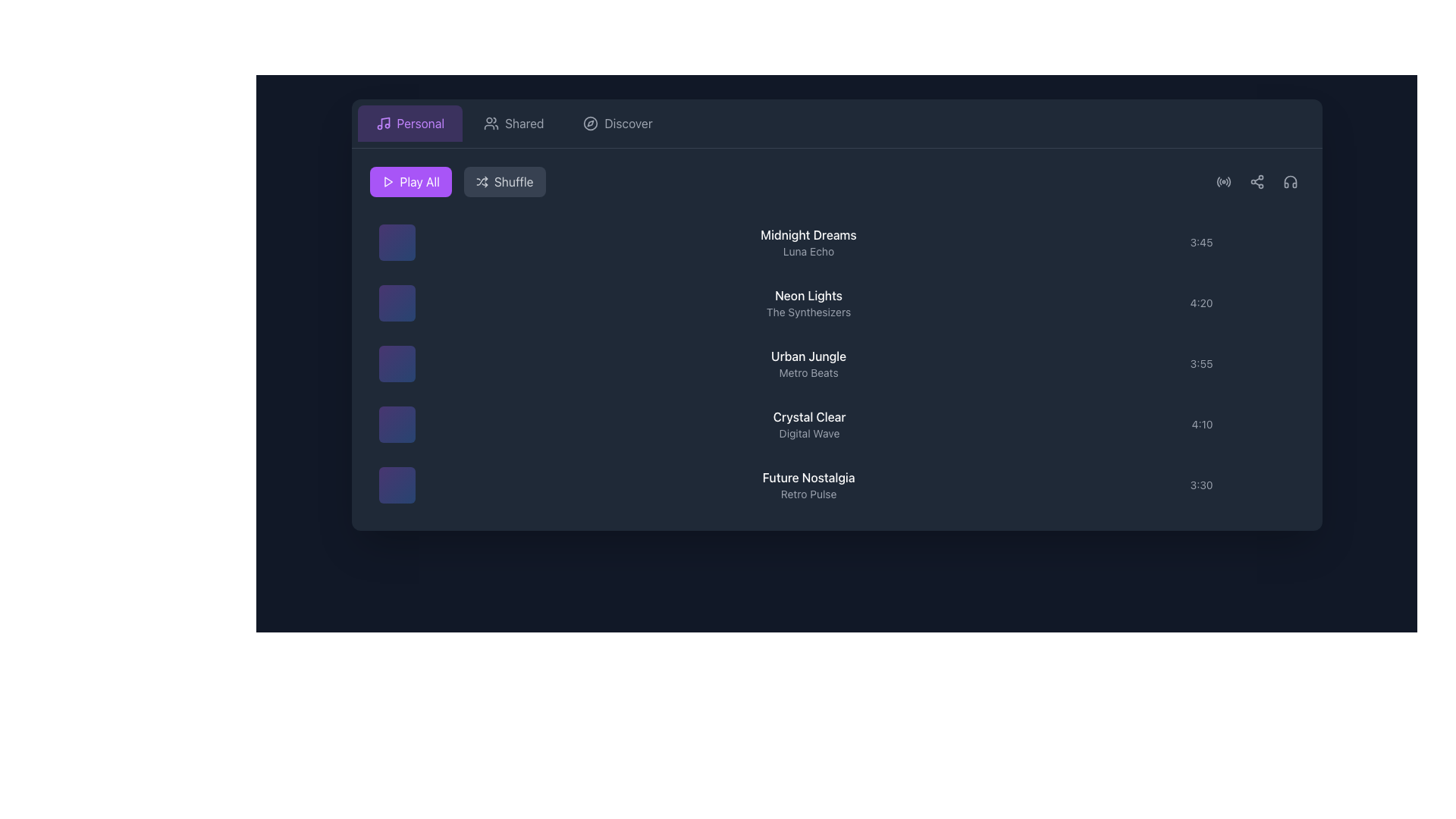 The width and height of the screenshot is (1456, 819). What do you see at coordinates (1201, 424) in the screenshot?
I see `the text label displaying the duration of the media item next to 'Crystal Clear' in the list` at bounding box center [1201, 424].